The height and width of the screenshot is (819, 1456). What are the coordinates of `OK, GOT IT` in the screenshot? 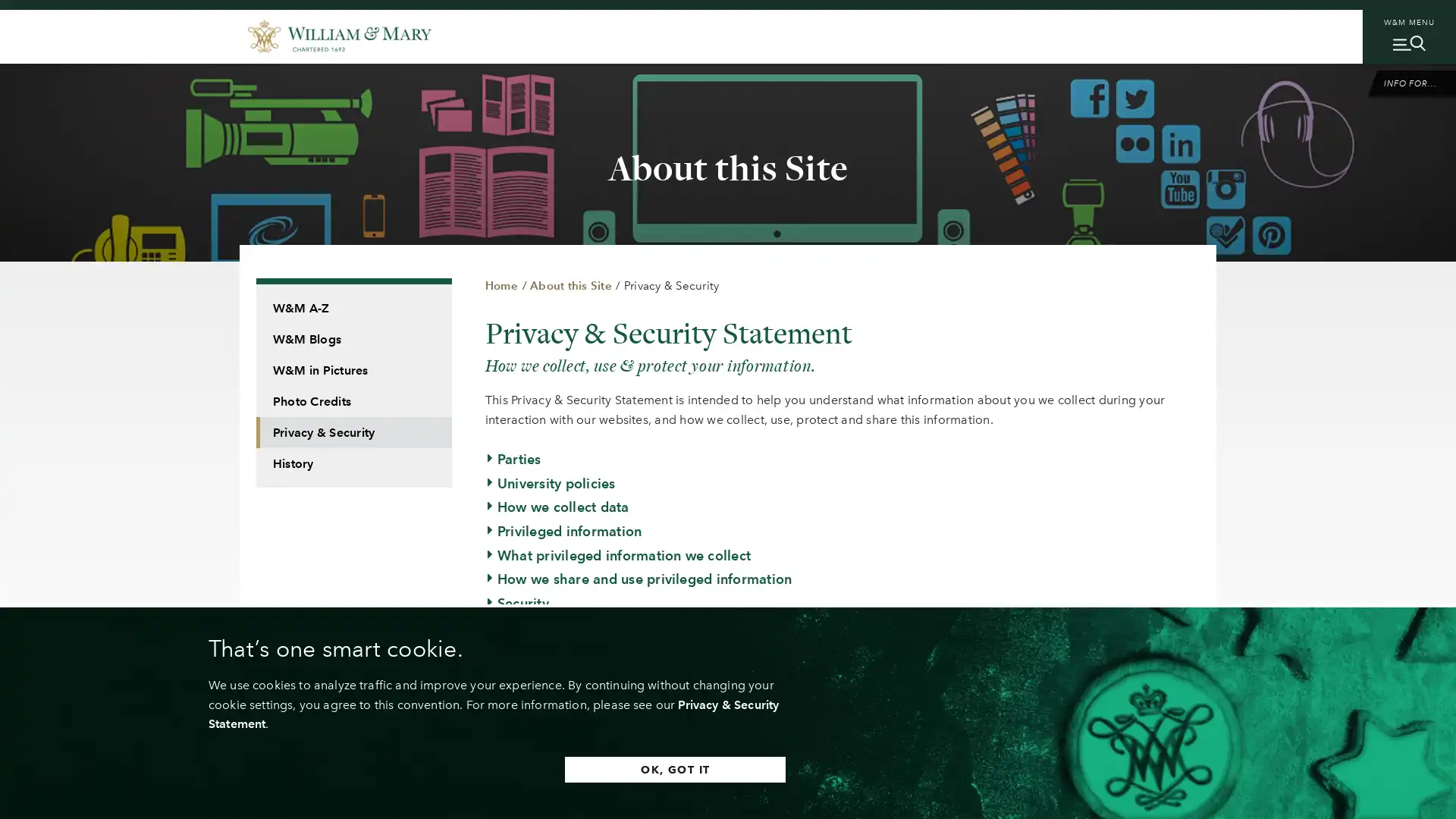 It's located at (674, 769).